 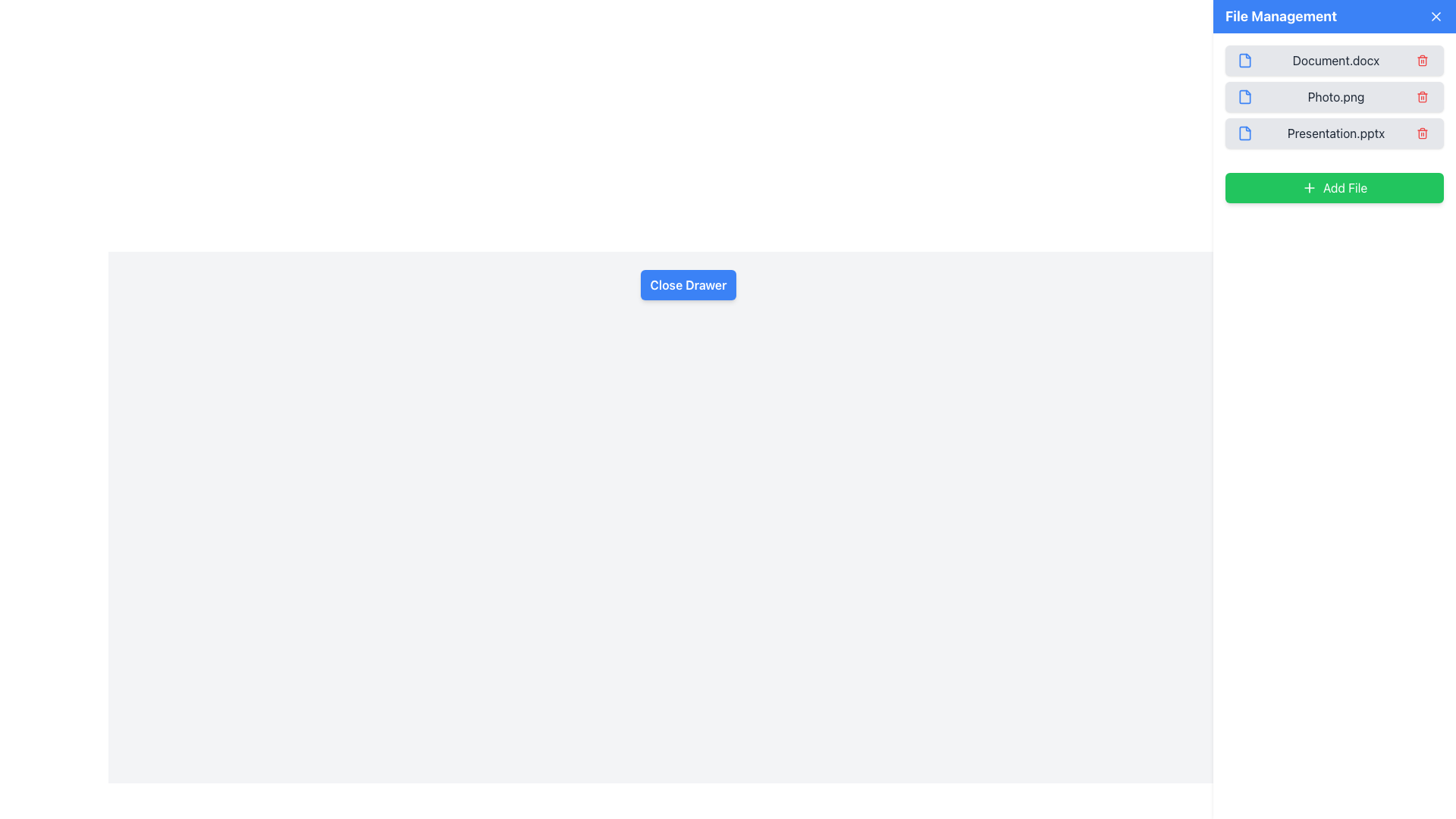 What do you see at coordinates (1280, 17) in the screenshot?
I see `text from the 'File Management' label, which is prominently displayed in bold, white font on a blue background in the top section of the sidebar` at bounding box center [1280, 17].